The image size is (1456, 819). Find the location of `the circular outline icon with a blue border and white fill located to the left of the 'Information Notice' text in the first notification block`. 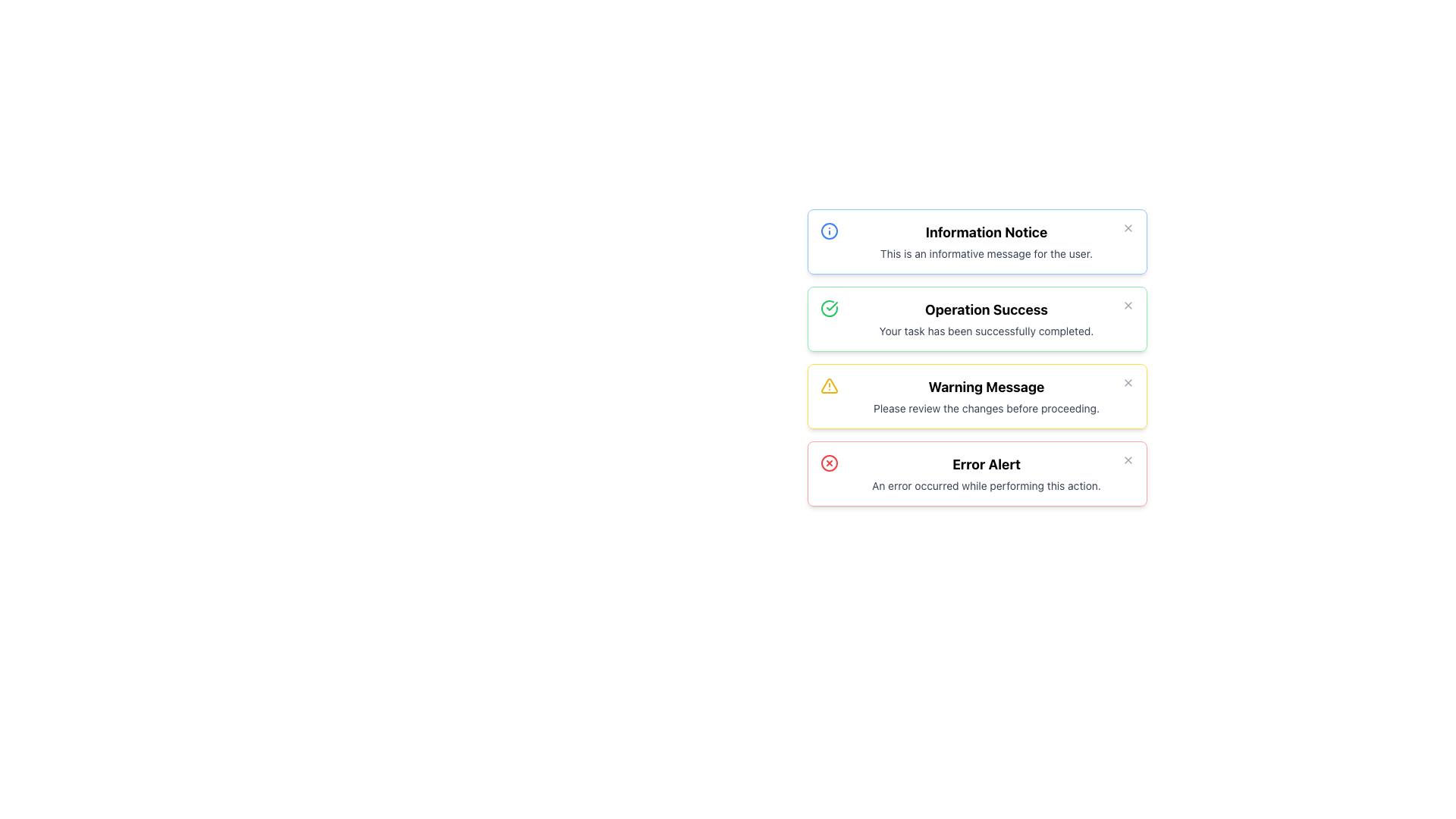

the circular outline icon with a blue border and white fill located to the left of the 'Information Notice' text in the first notification block is located at coordinates (829, 231).